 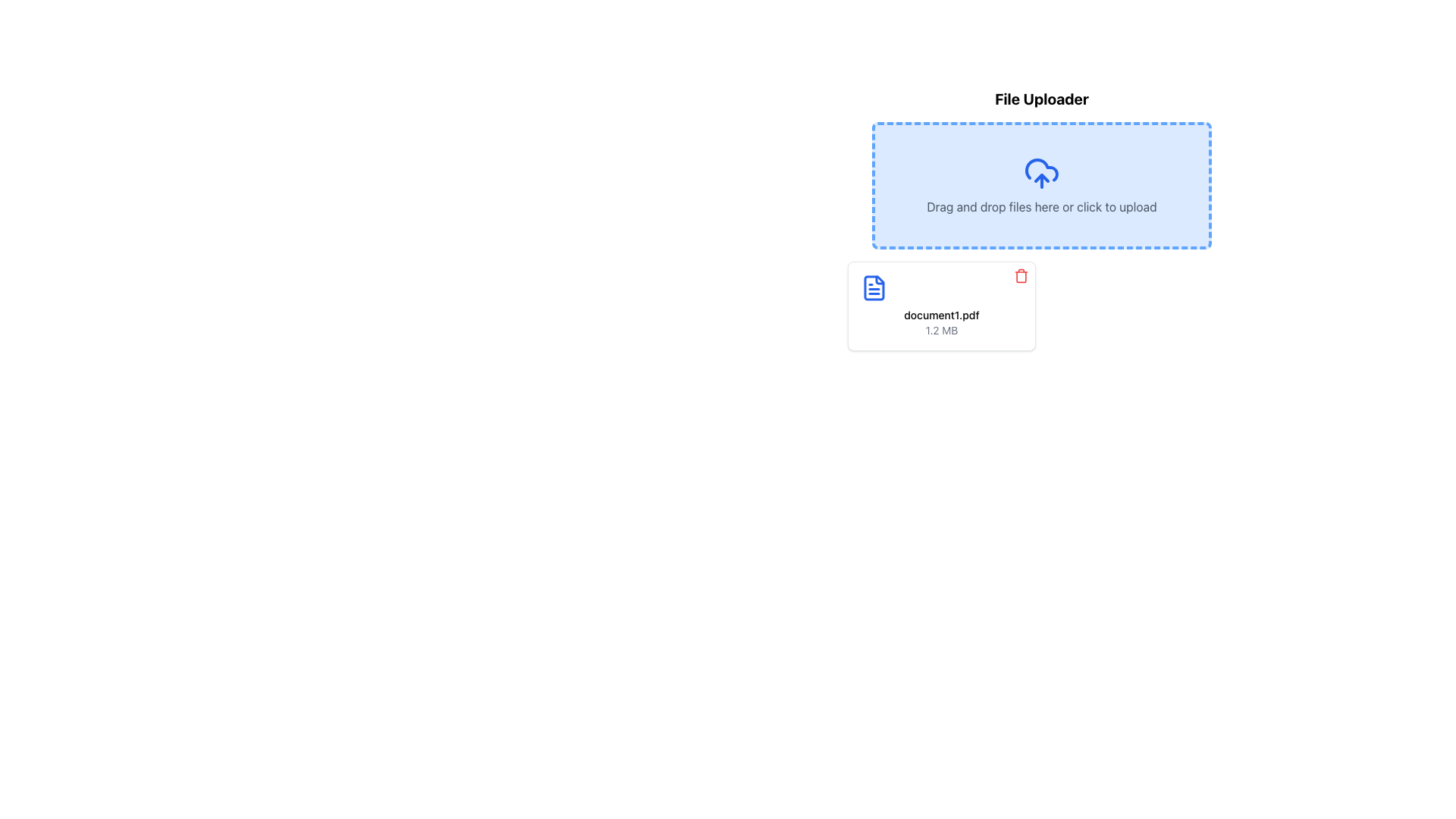 What do you see at coordinates (1021, 275) in the screenshot?
I see `the trash bin icon button located in the top-right corner of the file card interface` at bounding box center [1021, 275].